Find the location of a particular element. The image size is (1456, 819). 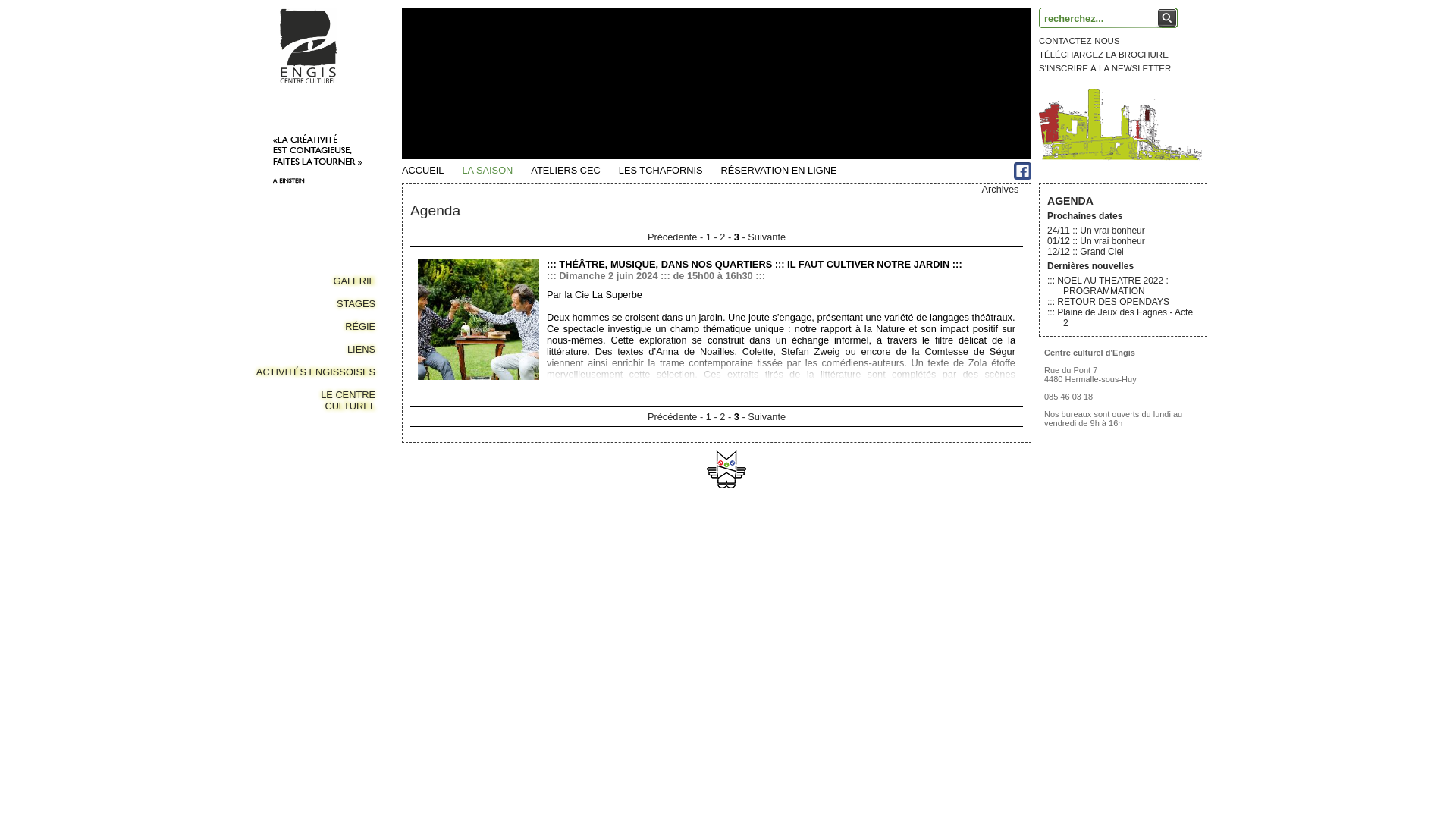

'LE CENTRE is located at coordinates (254, 400).